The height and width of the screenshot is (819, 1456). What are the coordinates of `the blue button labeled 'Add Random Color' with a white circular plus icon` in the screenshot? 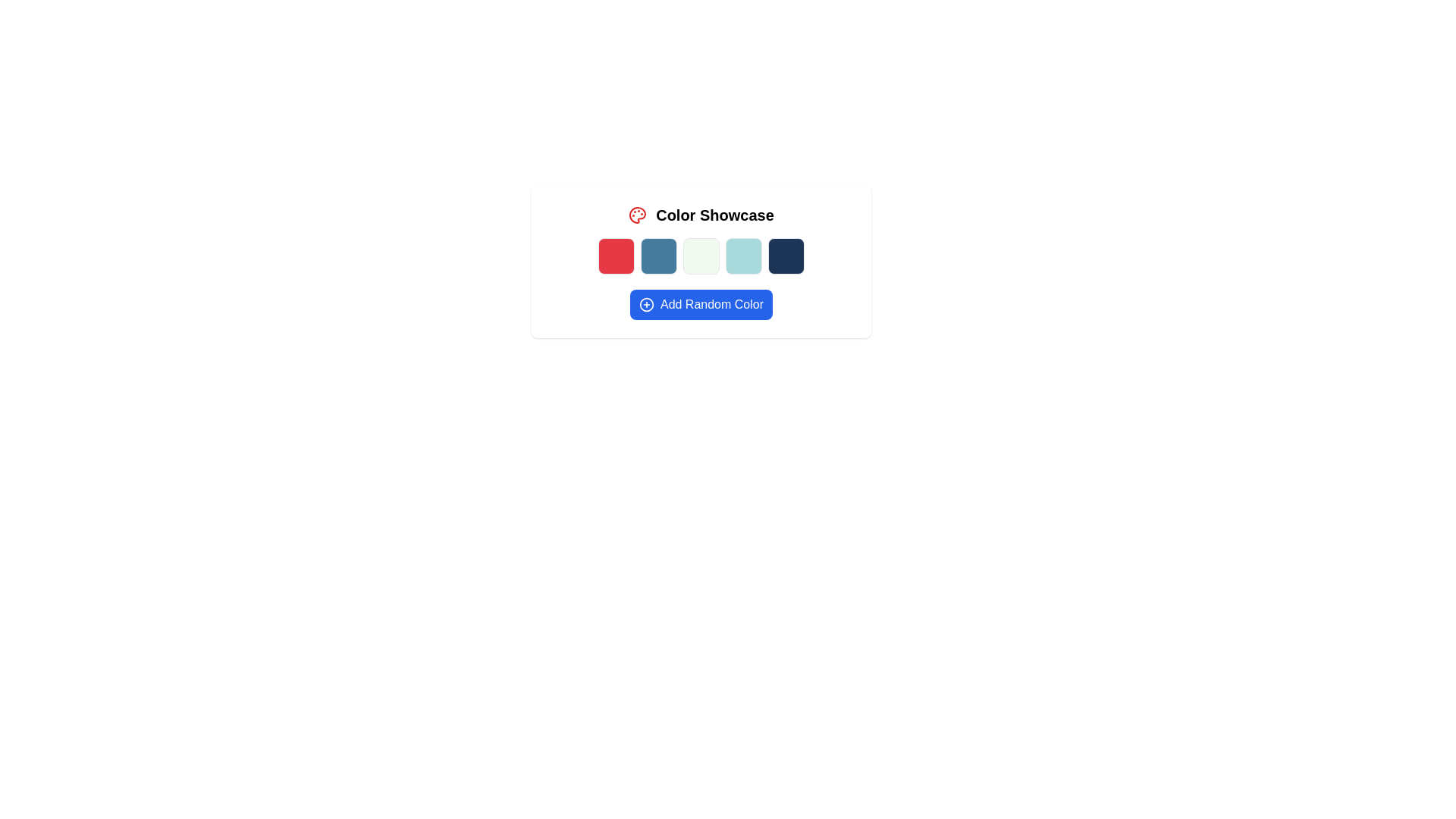 It's located at (701, 304).